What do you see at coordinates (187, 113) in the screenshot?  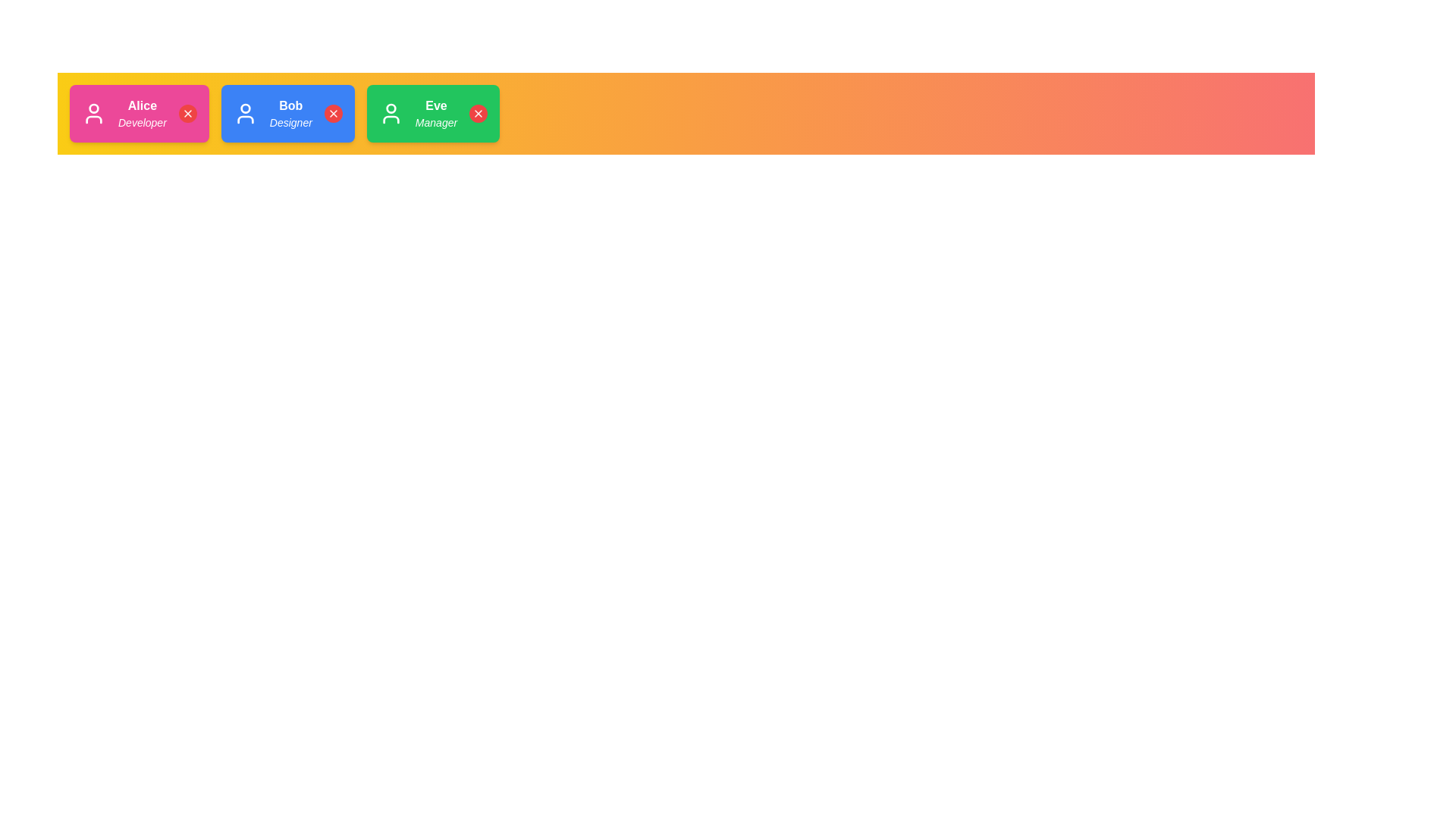 I see `the close button of the avatar chip corresponding to Alice` at bounding box center [187, 113].